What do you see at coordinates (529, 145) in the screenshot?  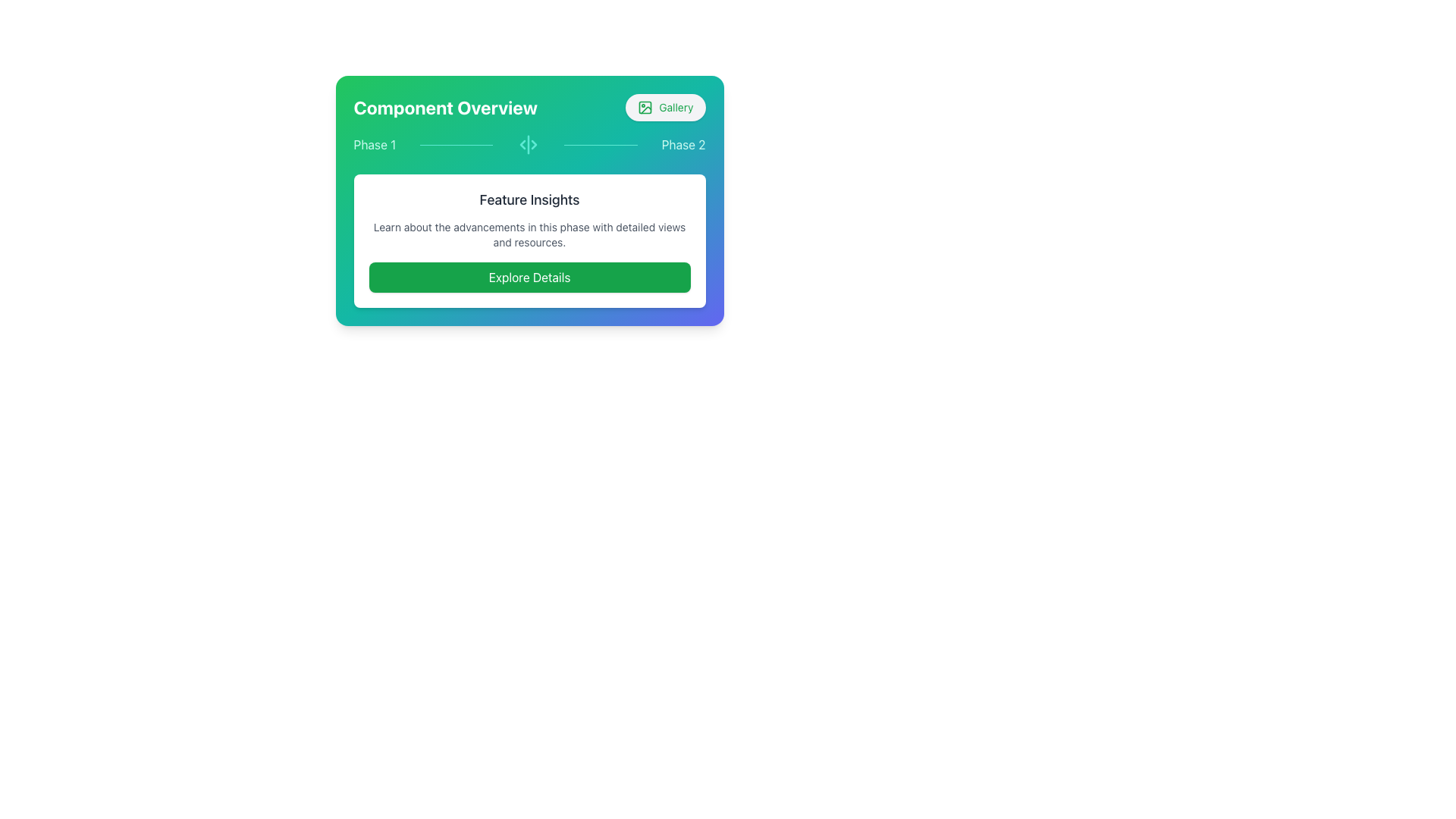 I see `the labels of the Progress Indicator located in the top-middle section of the interface, beneath 'Component Overview' and above 'Feature Insights'` at bounding box center [529, 145].